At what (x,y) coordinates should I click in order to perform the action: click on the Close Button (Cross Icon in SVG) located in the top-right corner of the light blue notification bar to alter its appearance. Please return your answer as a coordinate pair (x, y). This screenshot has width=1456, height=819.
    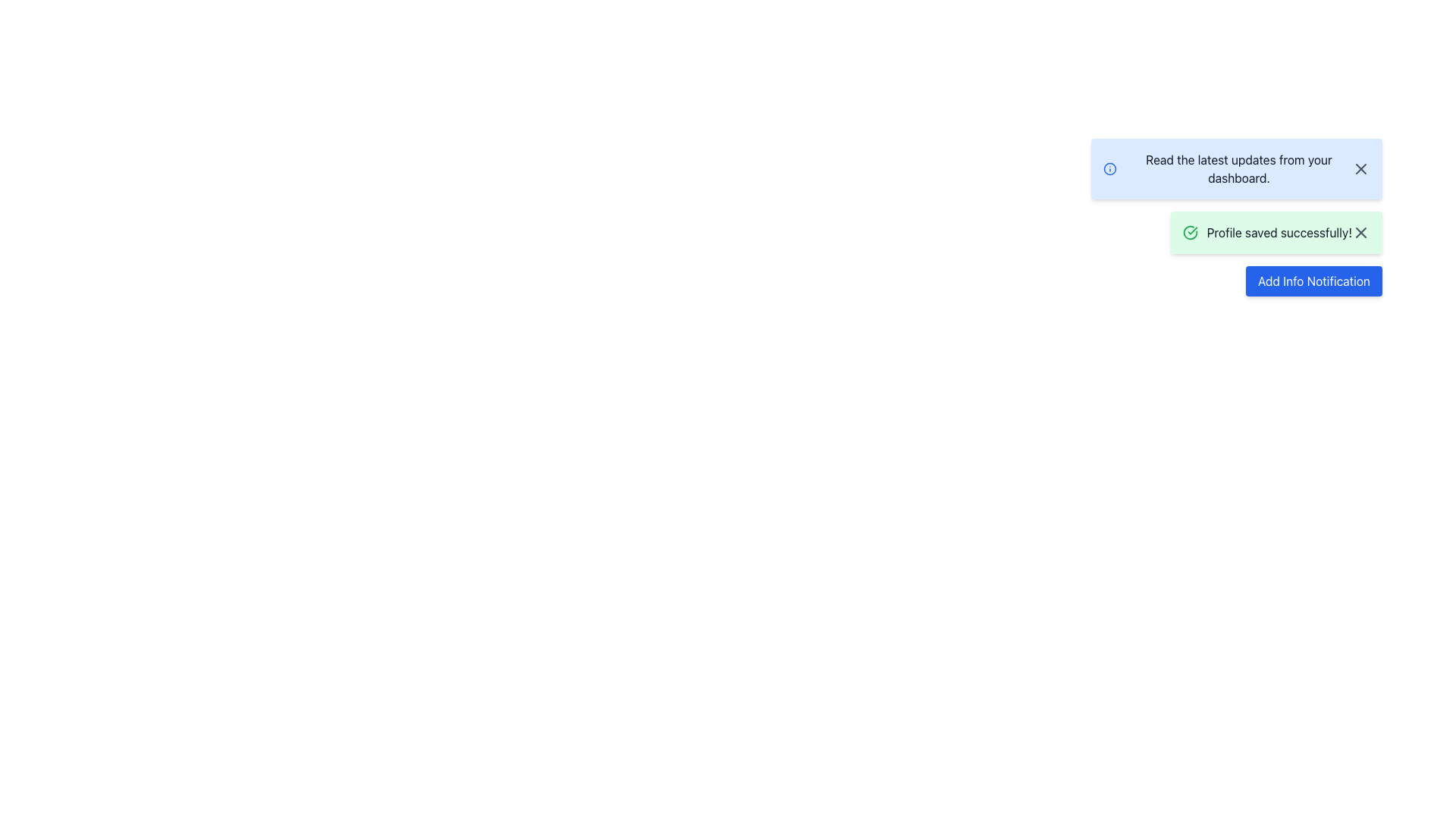
    Looking at the image, I should click on (1361, 169).